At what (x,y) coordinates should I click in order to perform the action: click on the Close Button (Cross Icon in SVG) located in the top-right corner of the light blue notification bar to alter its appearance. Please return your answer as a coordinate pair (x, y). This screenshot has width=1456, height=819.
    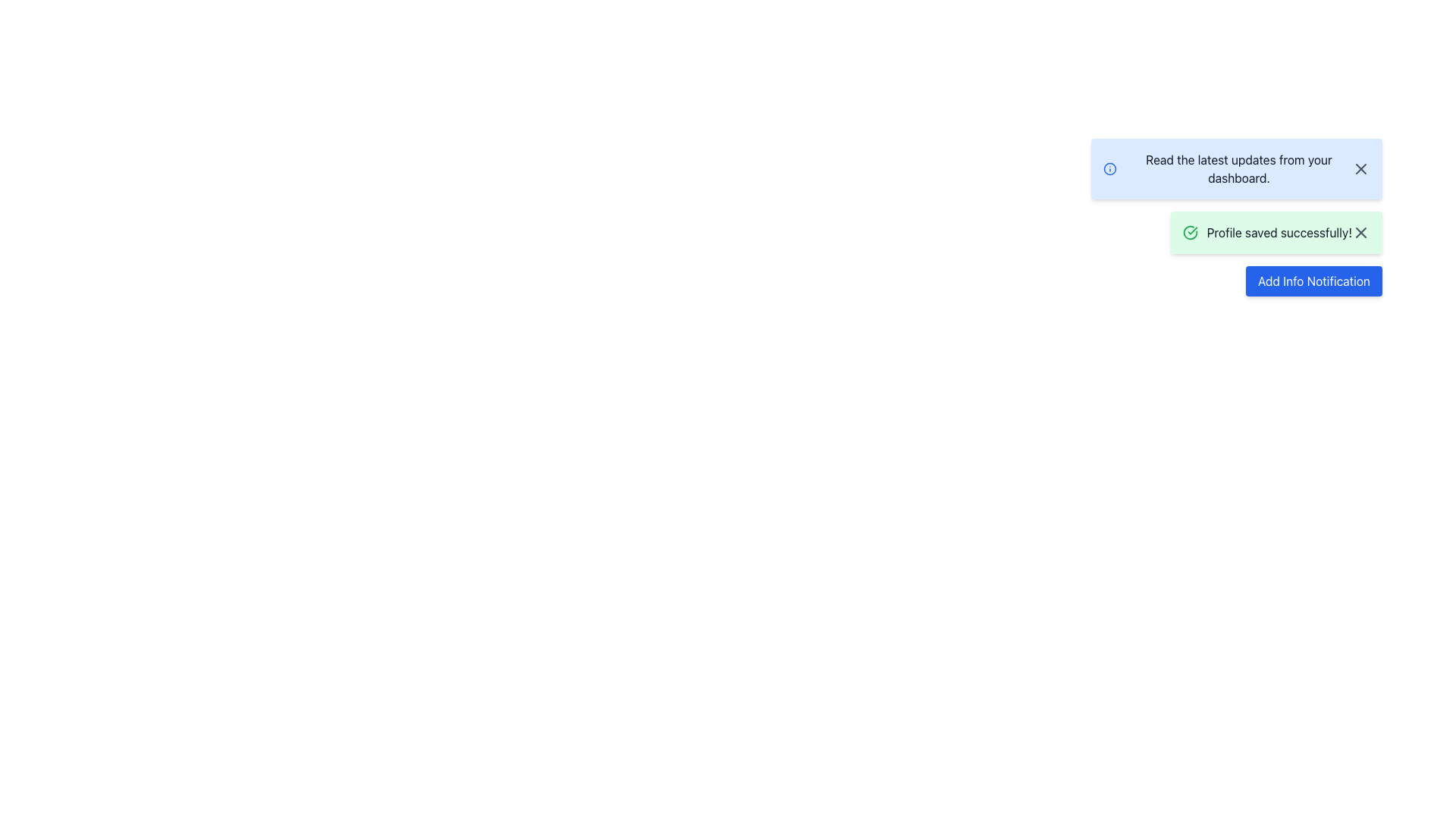
    Looking at the image, I should click on (1361, 169).